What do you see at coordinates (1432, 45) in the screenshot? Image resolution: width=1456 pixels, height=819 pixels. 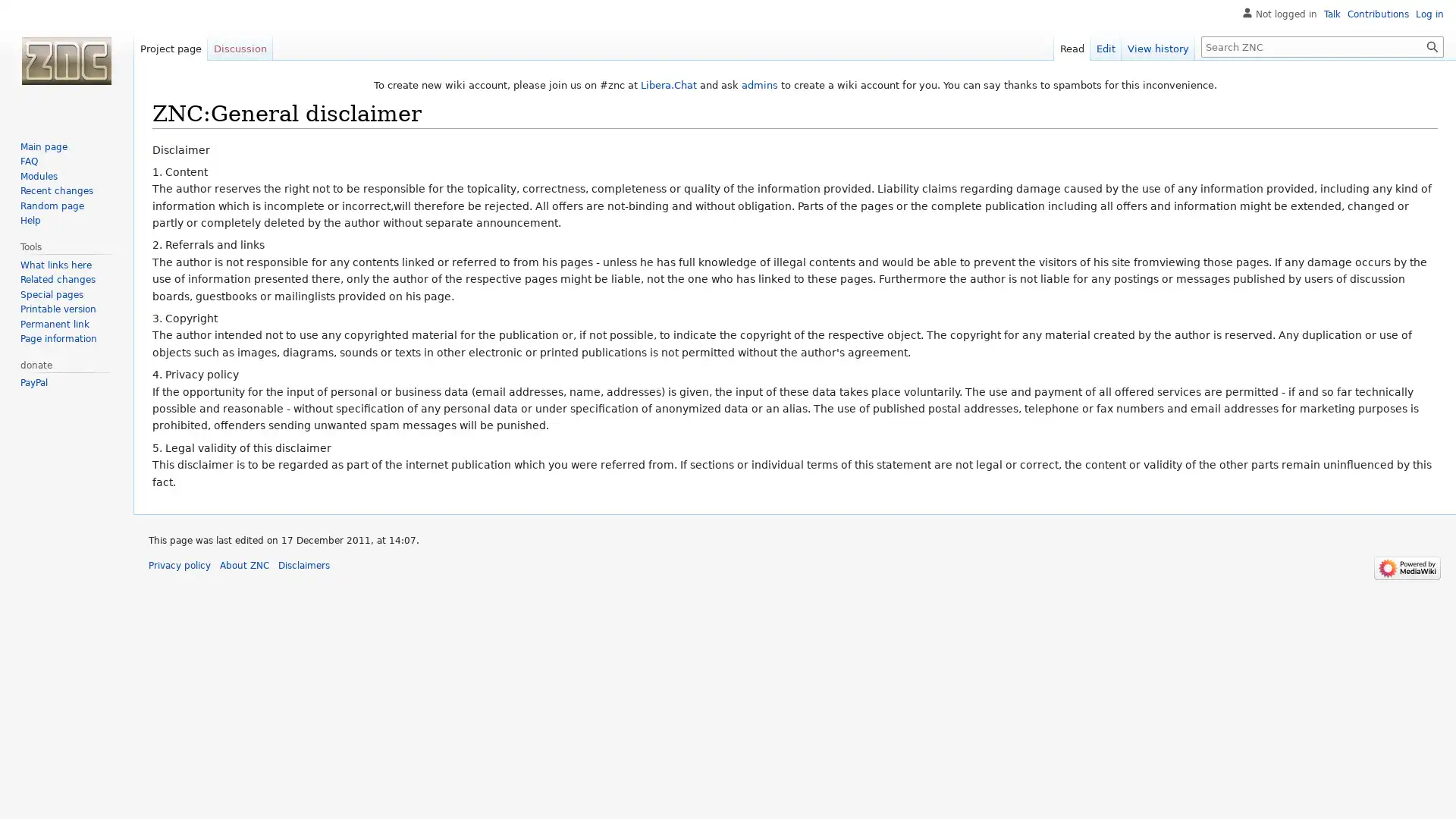 I see `Search` at bounding box center [1432, 45].